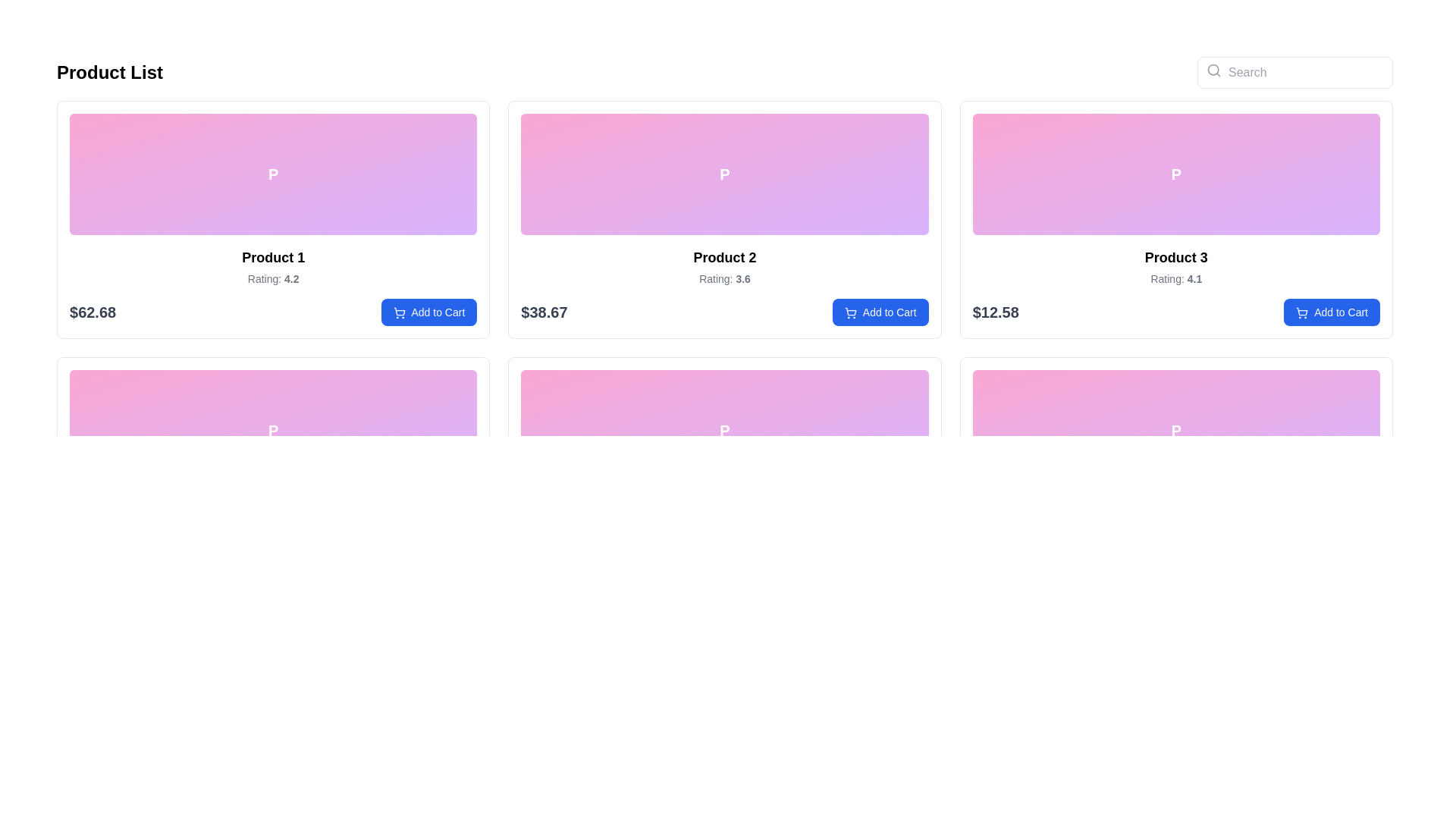  I want to click on text content of the price label for 'Product 1', which is displayed in bold and large font below its title and aligned to the left within the product card, so click(92, 312).